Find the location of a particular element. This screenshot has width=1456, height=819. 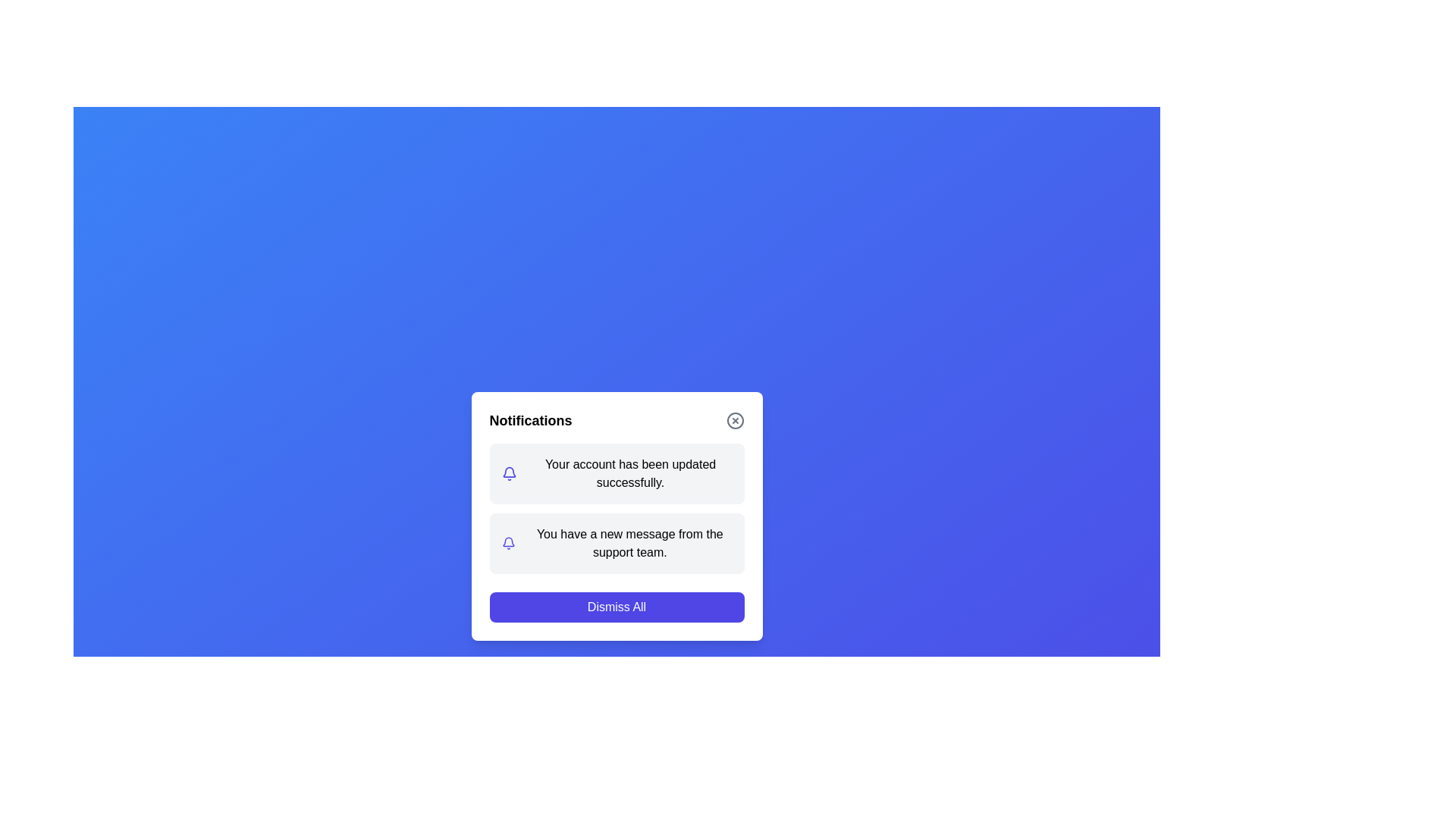

the rectangular blue 'Dismiss All' button with white text located at the bottom of the pop-up notification panel is located at coordinates (617, 607).